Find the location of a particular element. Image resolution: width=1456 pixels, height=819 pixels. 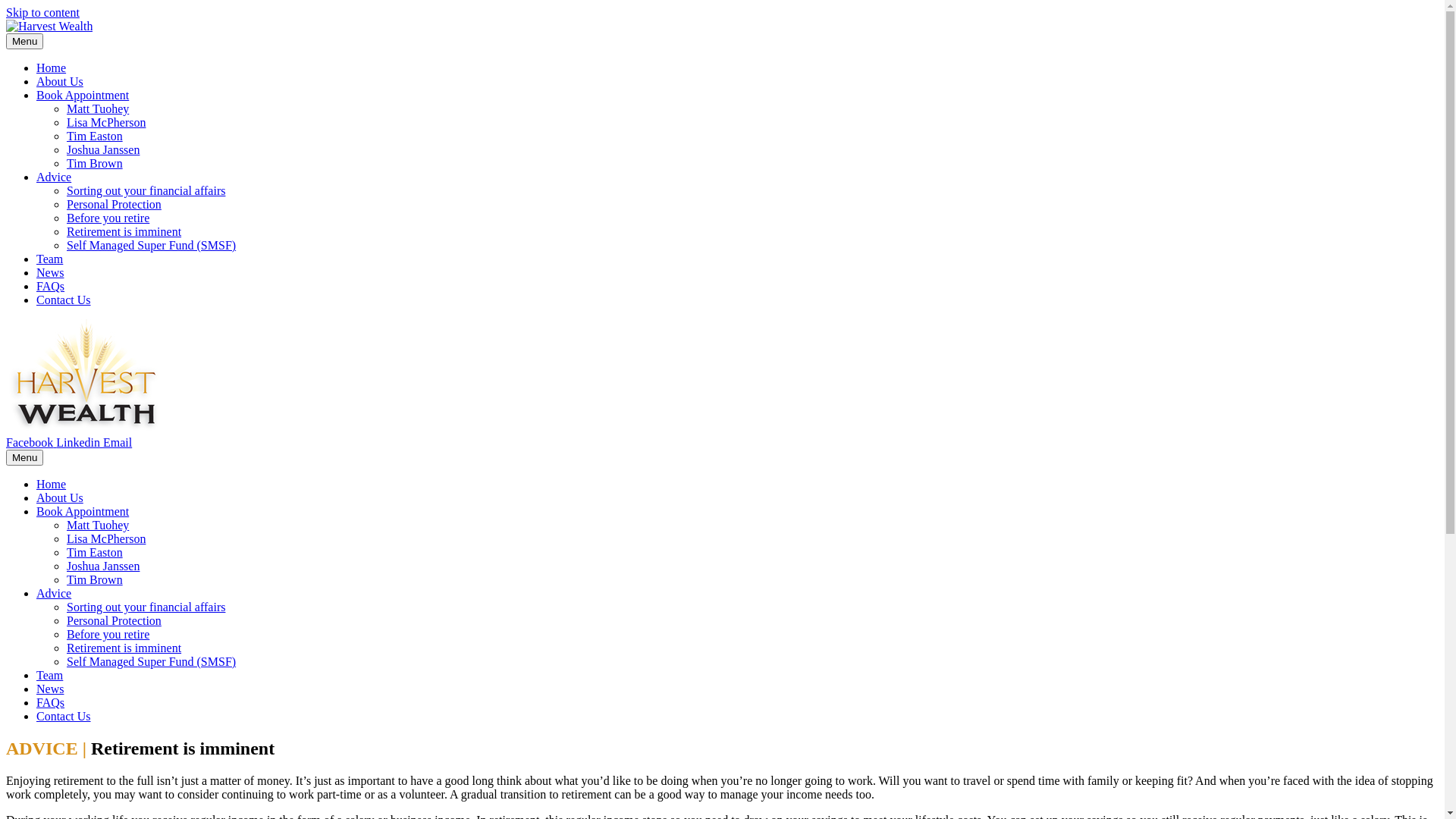

'Before you retire' is located at coordinates (107, 218).